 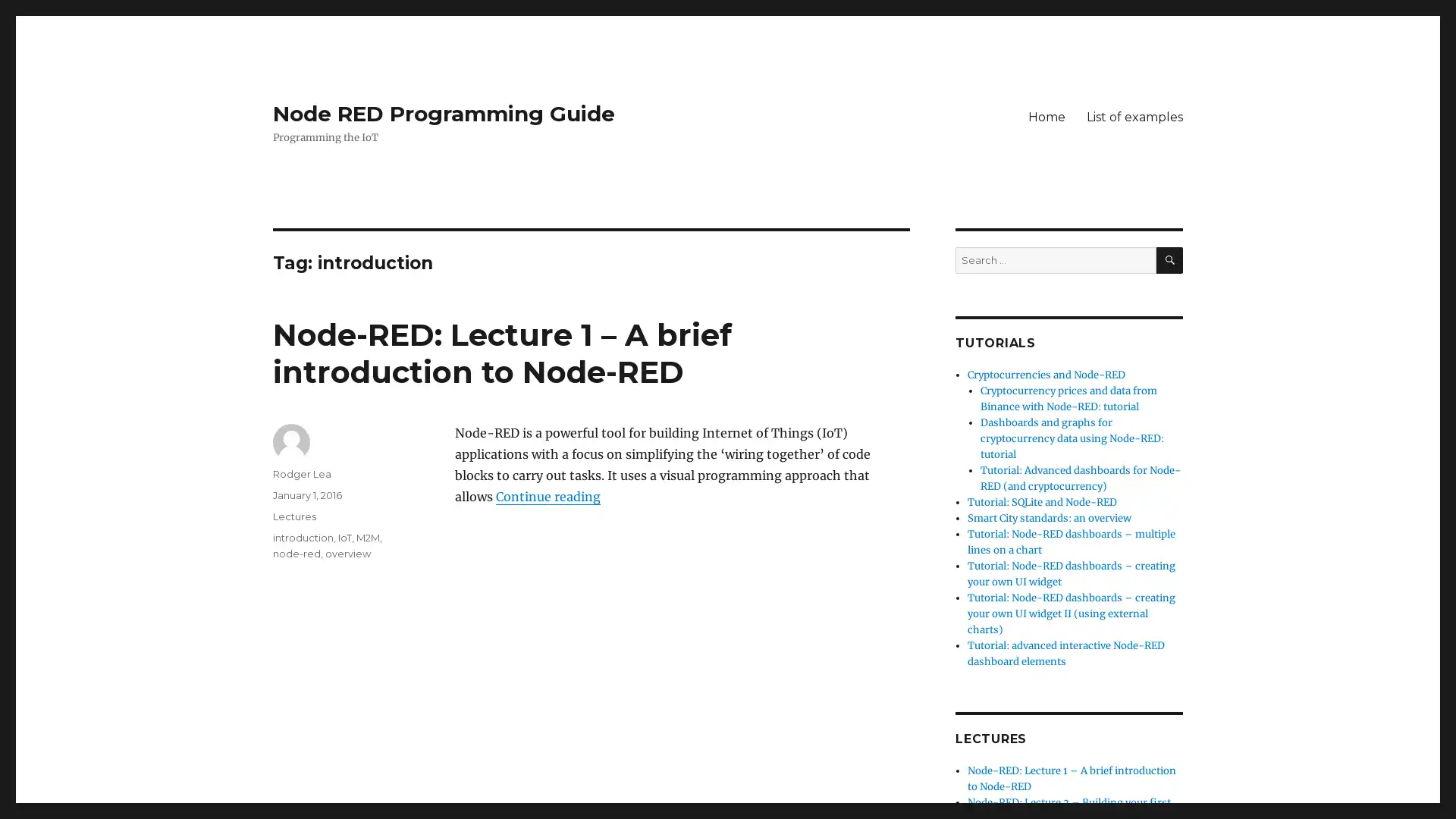 I want to click on SEARCH, so click(x=1169, y=259).